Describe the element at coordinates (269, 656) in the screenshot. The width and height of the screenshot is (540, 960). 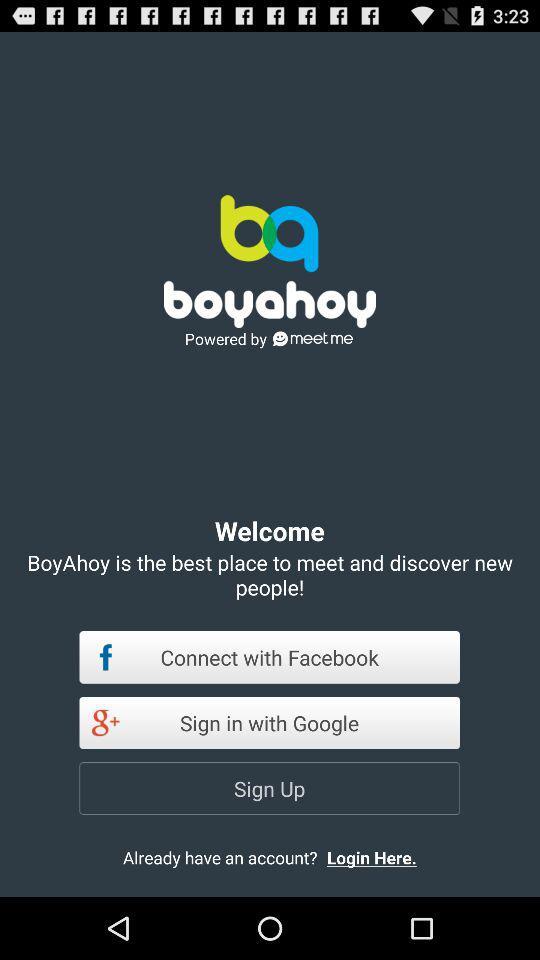
I see `the icon below boyahoy is the app` at that location.